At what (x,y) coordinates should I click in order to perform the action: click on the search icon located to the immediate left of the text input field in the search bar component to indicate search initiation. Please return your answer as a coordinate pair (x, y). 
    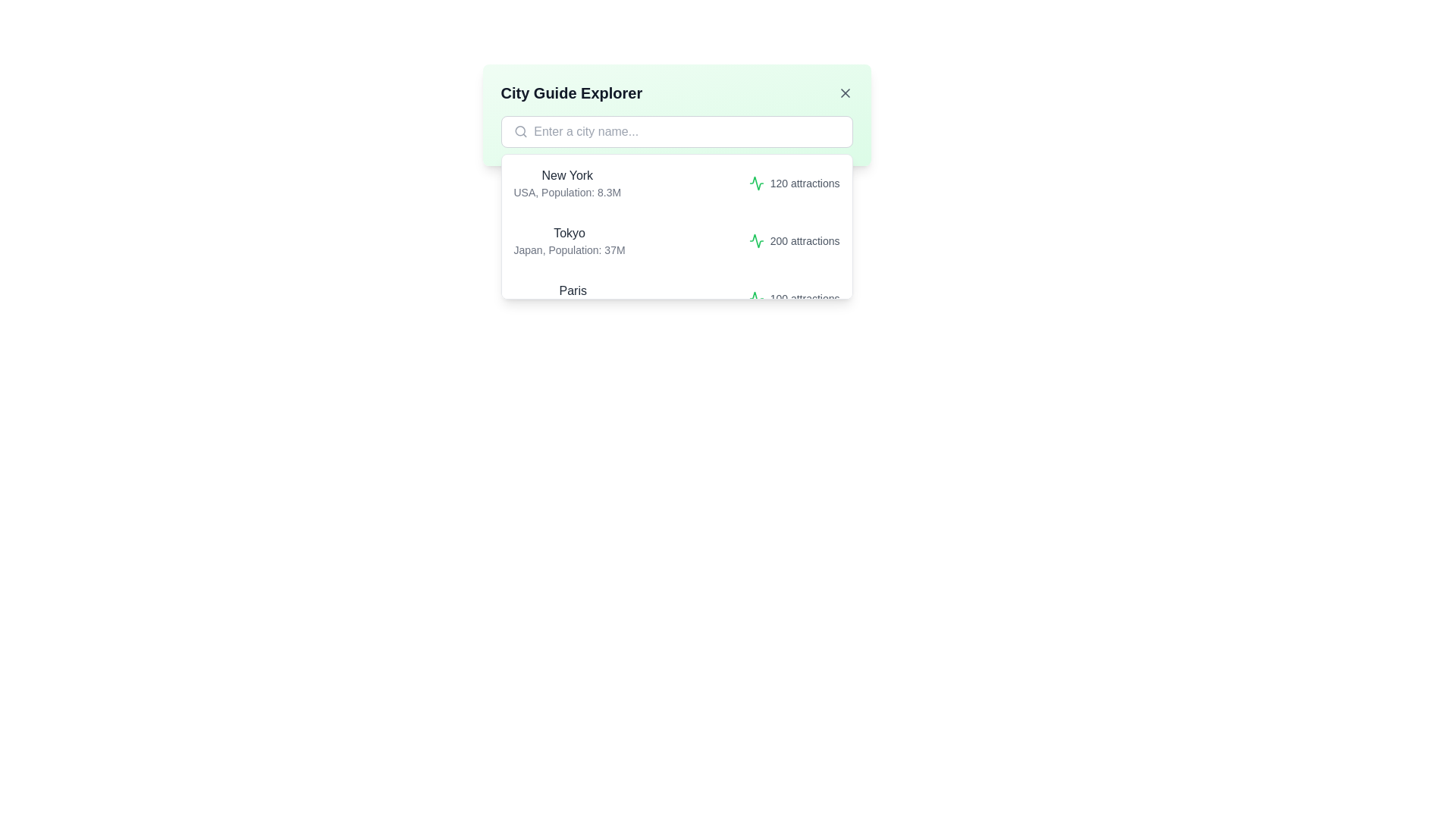
    Looking at the image, I should click on (520, 130).